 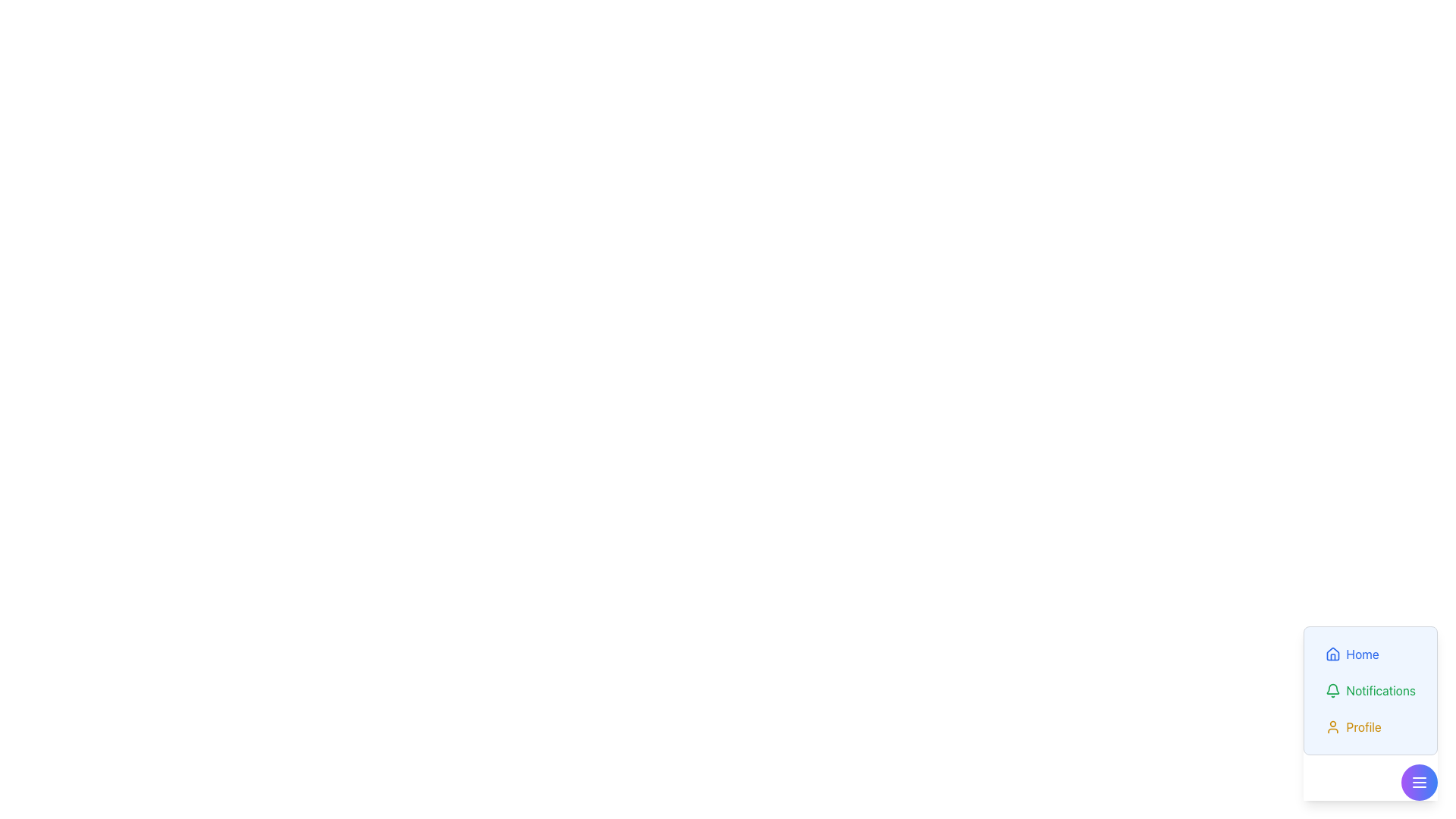 What do you see at coordinates (1419, 783) in the screenshot?
I see `the menu icon featuring three horizontal lines embedded within a circular button with a gradient background located at the bottom-right corner of the interface` at bounding box center [1419, 783].